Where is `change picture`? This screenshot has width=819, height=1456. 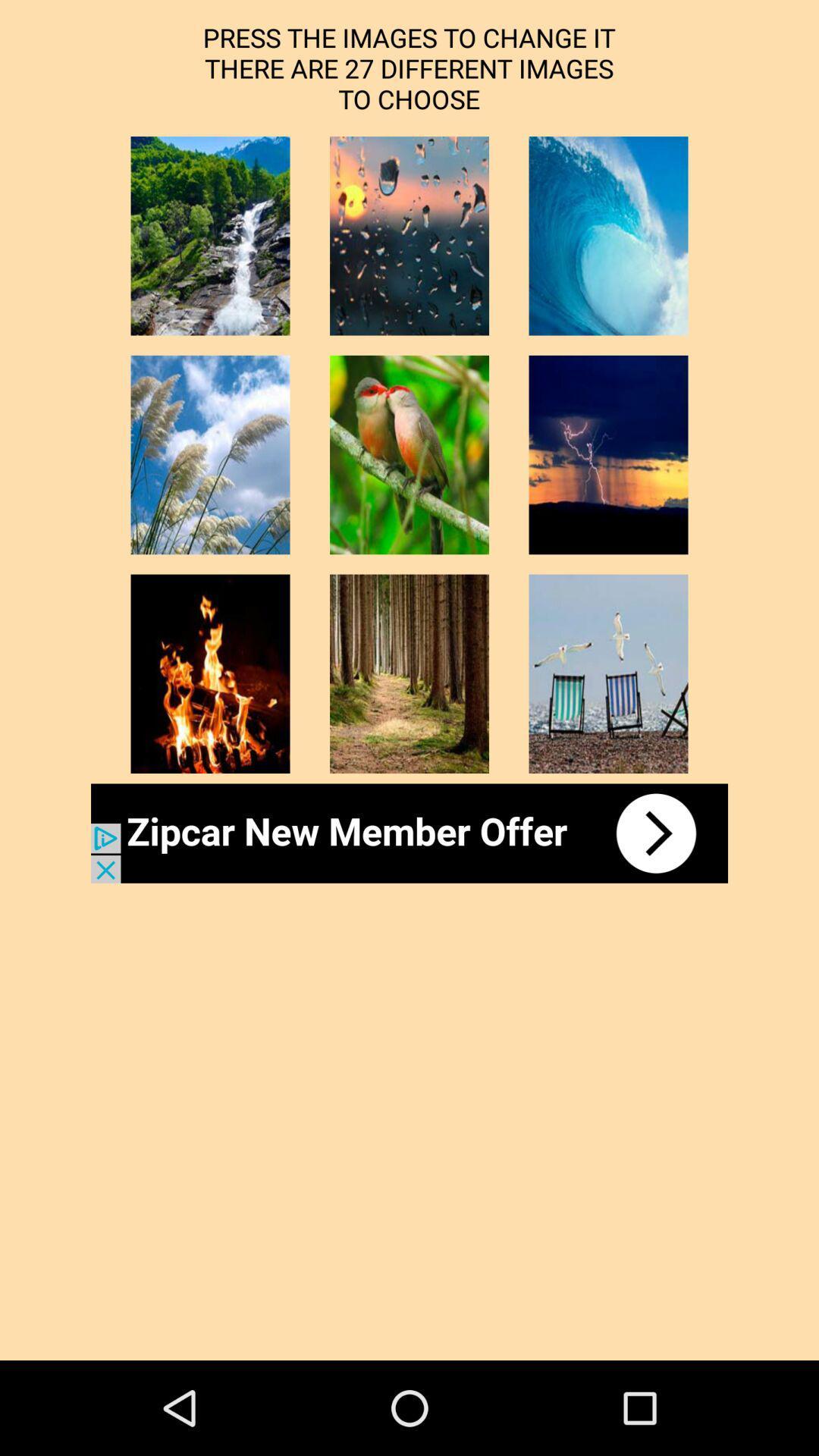 change picture is located at coordinates (409, 454).